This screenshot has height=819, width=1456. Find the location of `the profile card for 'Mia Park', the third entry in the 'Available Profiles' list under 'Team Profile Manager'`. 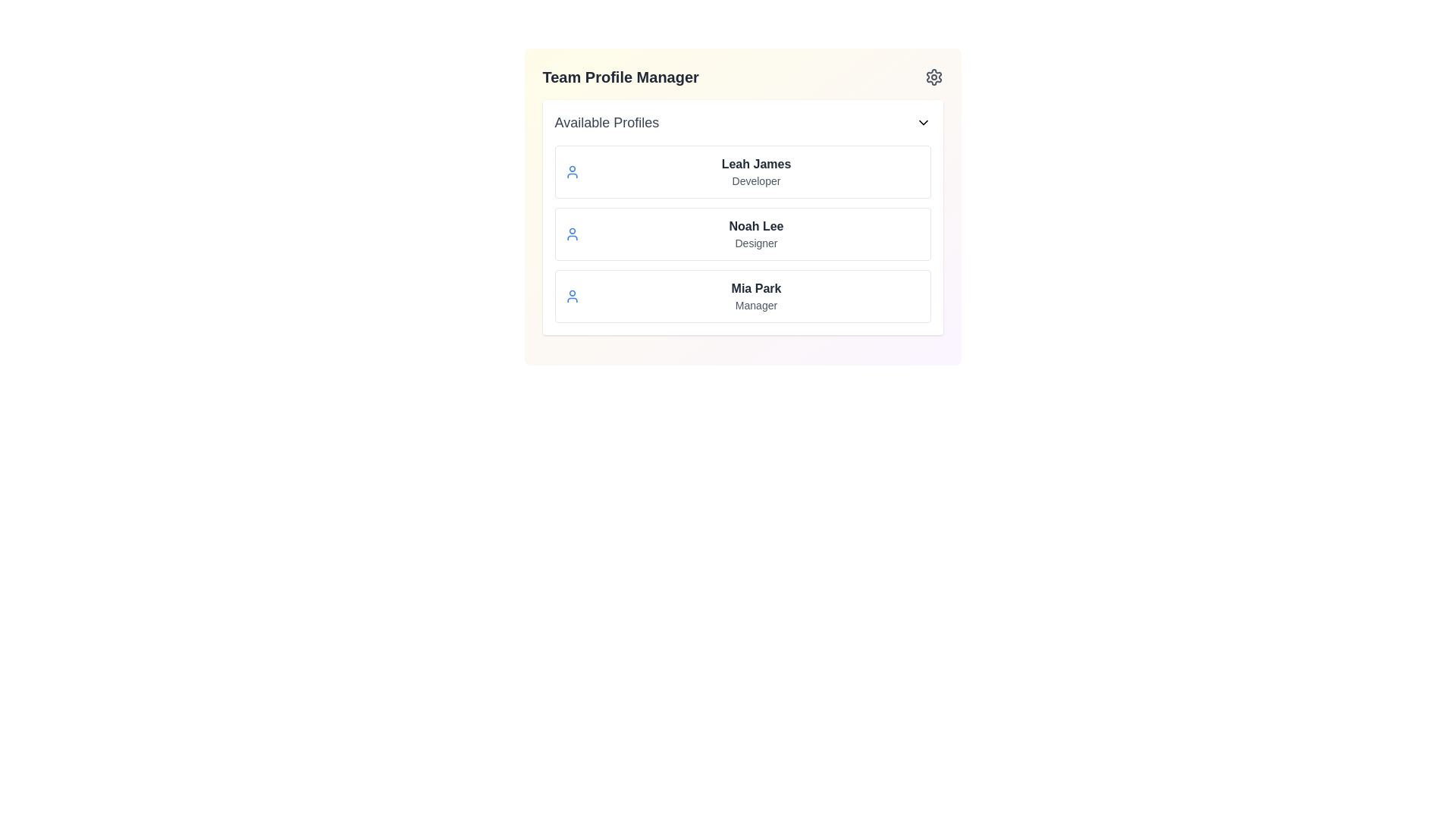

the profile card for 'Mia Park', the third entry in the 'Available Profiles' list under 'Team Profile Manager' is located at coordinates (756, 296).